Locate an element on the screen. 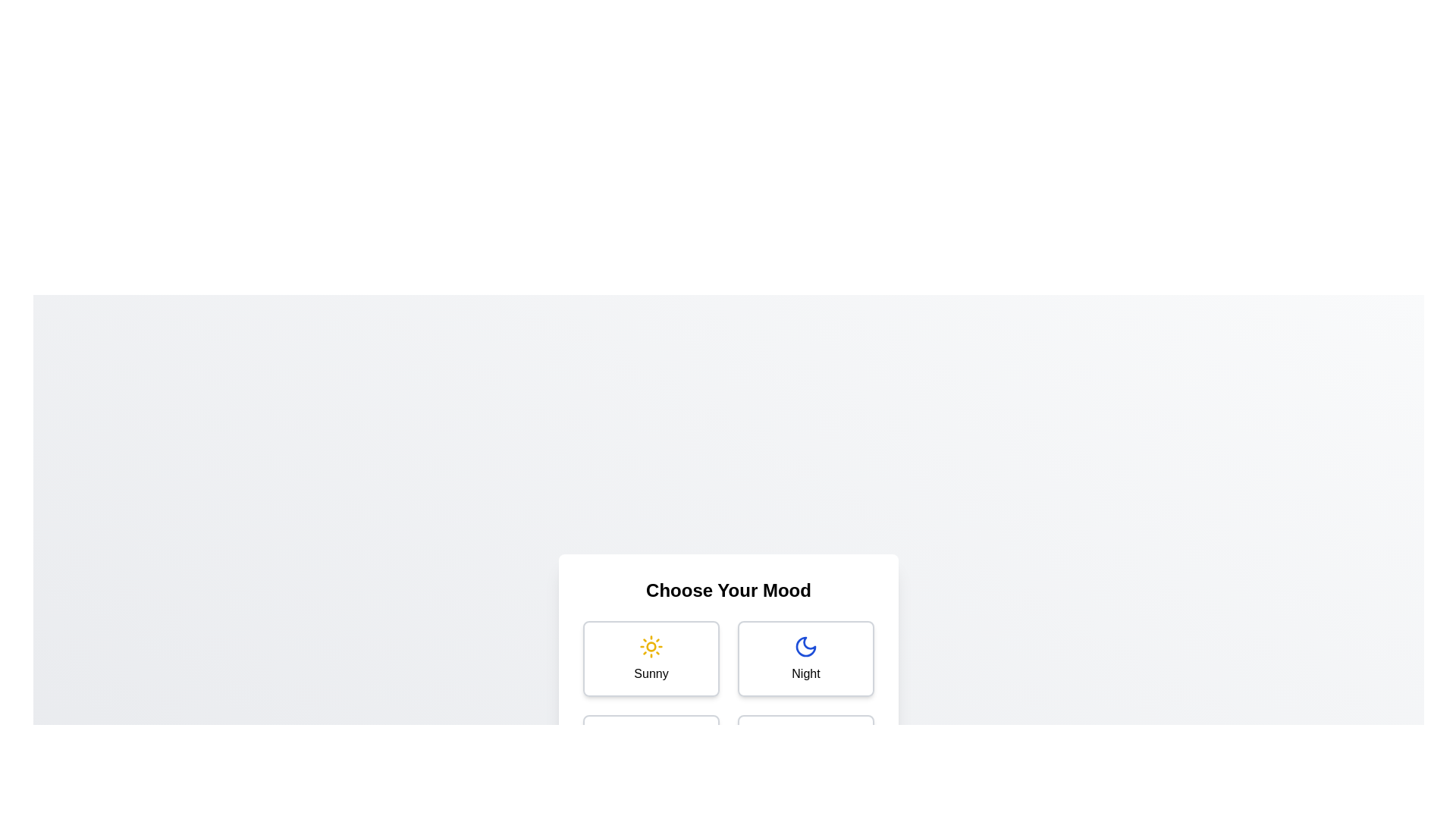  the mood Night by clicking on its corresponding option is located at coordinates (805, 657).